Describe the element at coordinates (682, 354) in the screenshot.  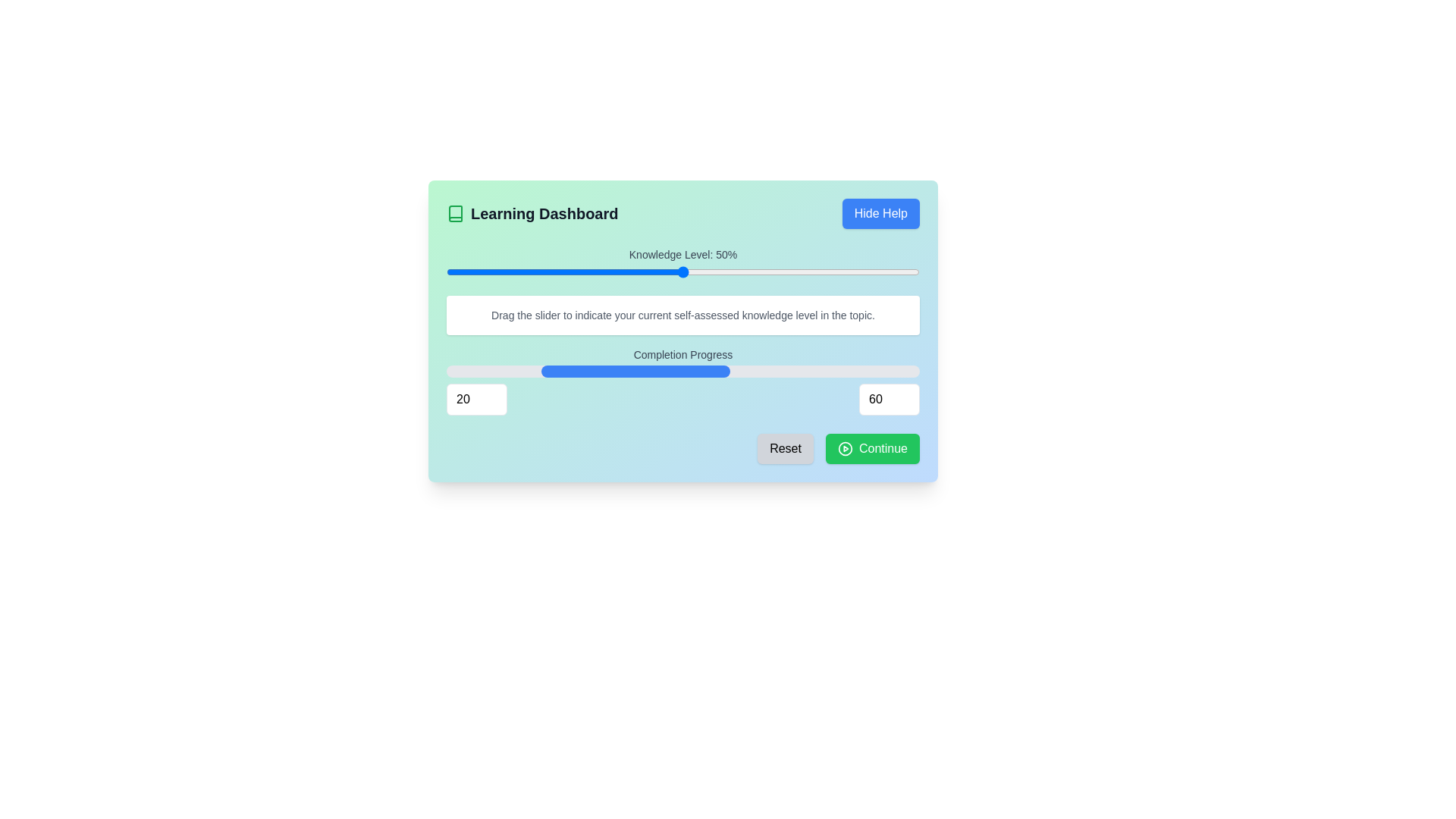
I see `the 'Completion Progress' text label` at that location.